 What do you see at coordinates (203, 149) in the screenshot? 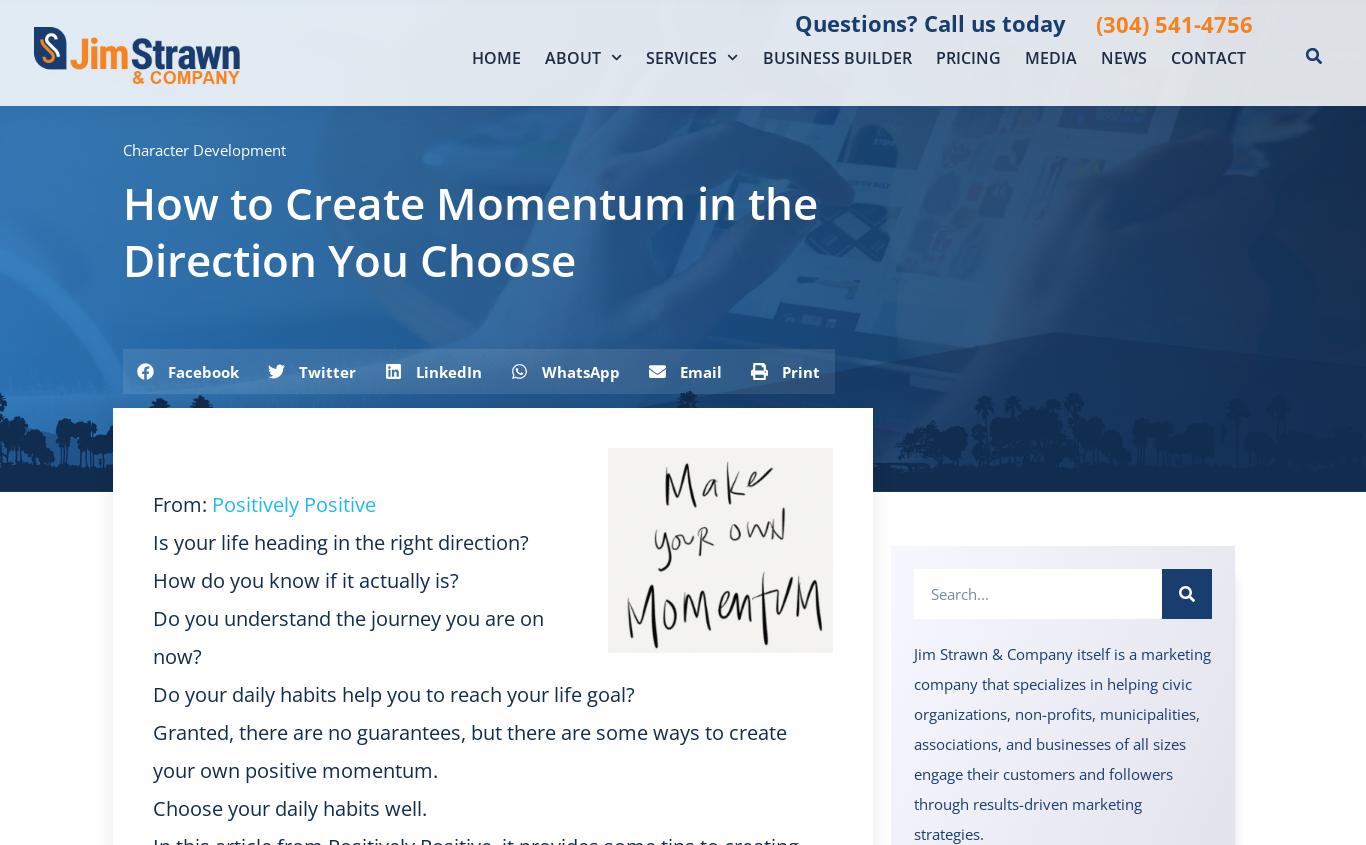
I see `'Character Development'` at bounding box center [203, 149].